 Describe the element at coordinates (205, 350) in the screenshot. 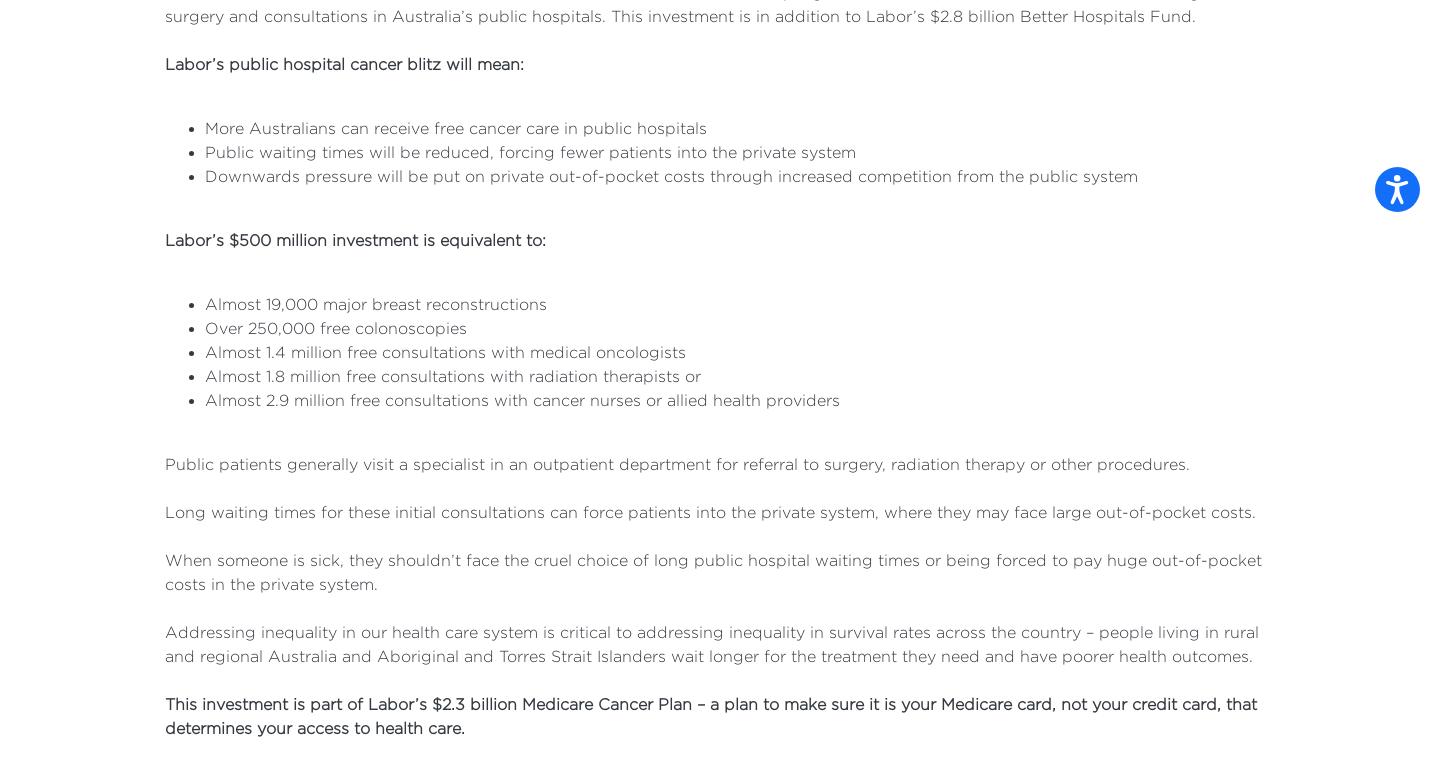

I see `'Almost 1.4 million free consultations with medical oncologists'` at that location.